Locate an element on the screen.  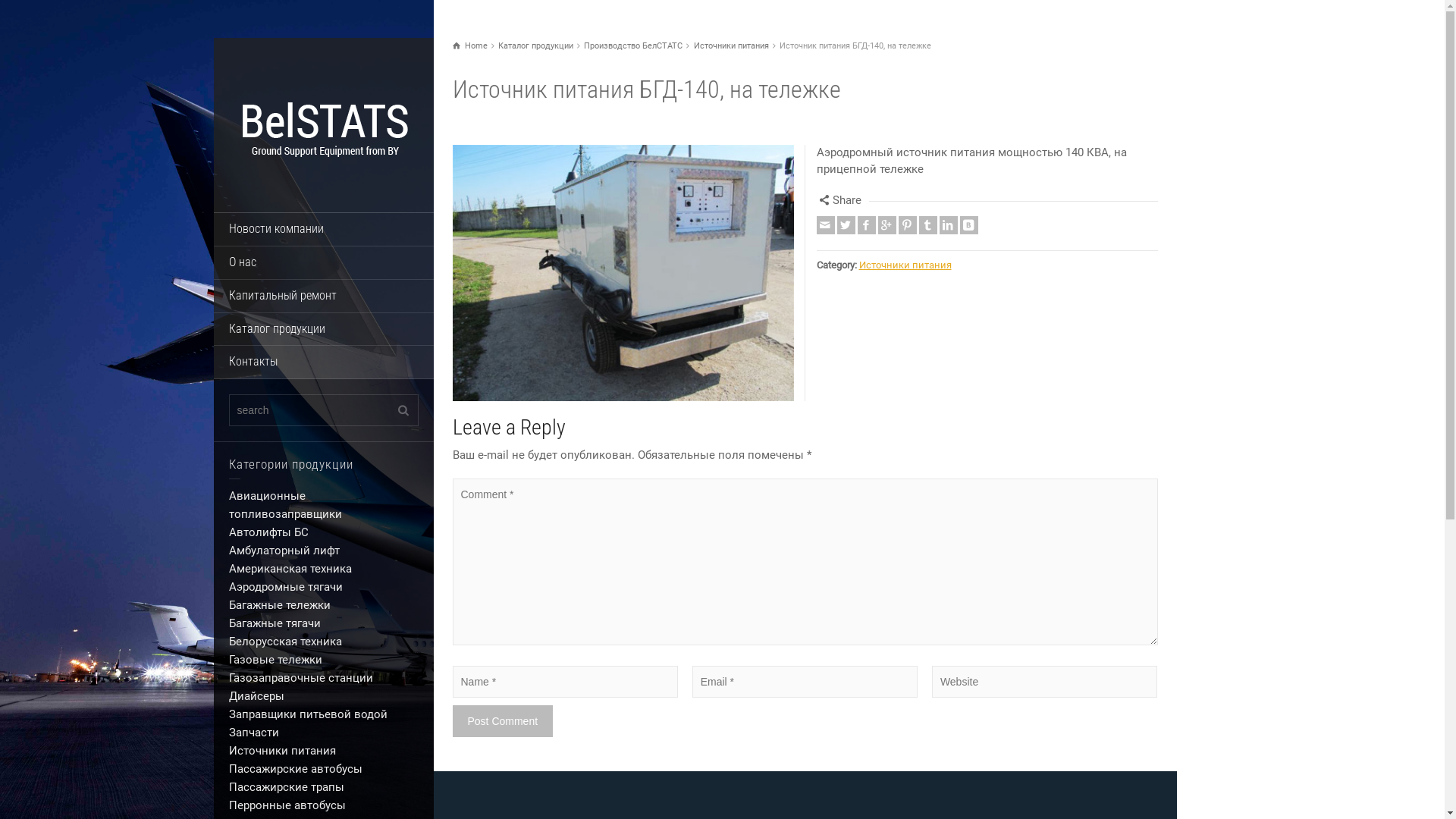
'Email' is located at coordinates (824, 225).